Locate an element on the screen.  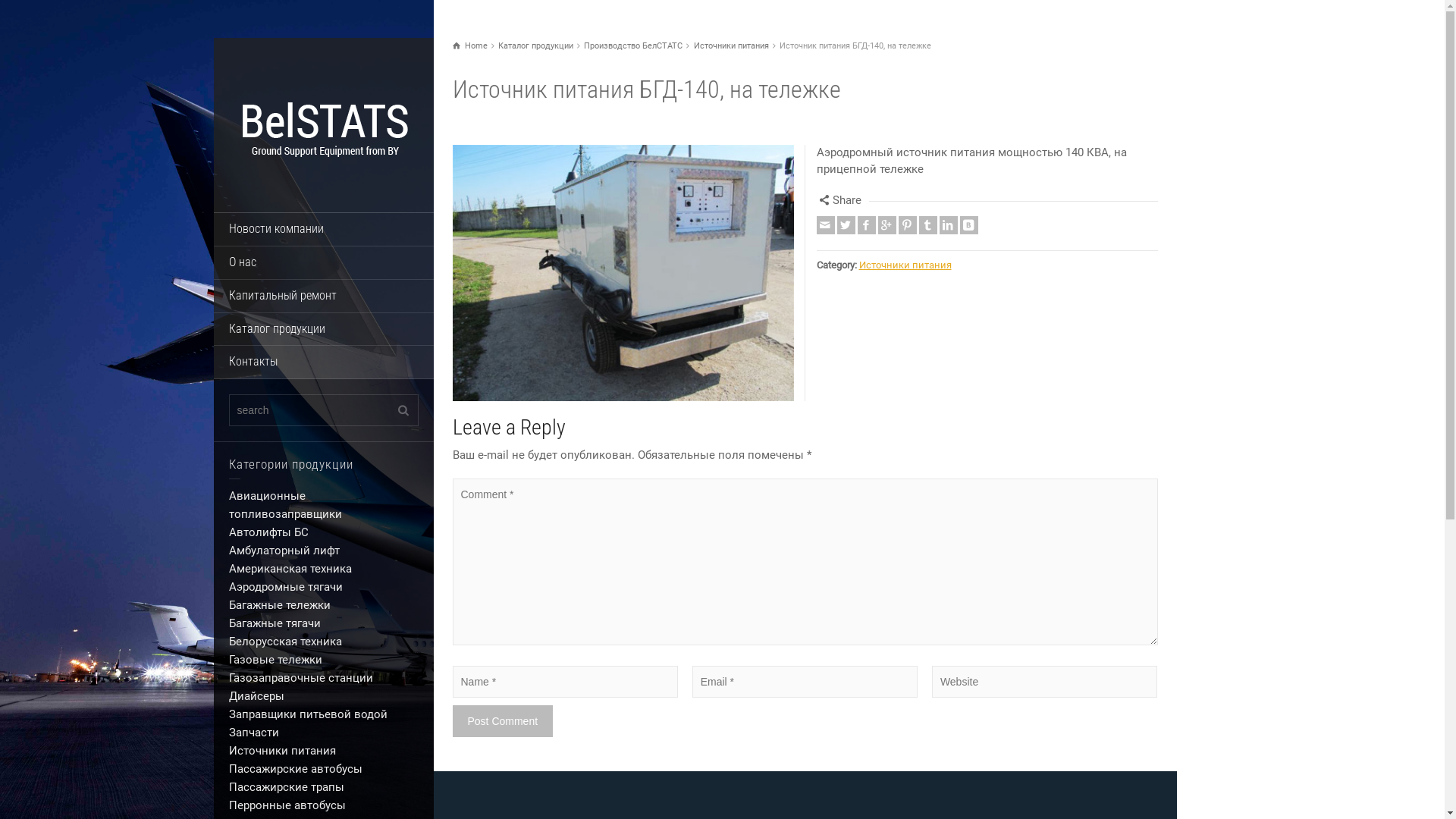
'Email' is located at coordinates (824, 225).